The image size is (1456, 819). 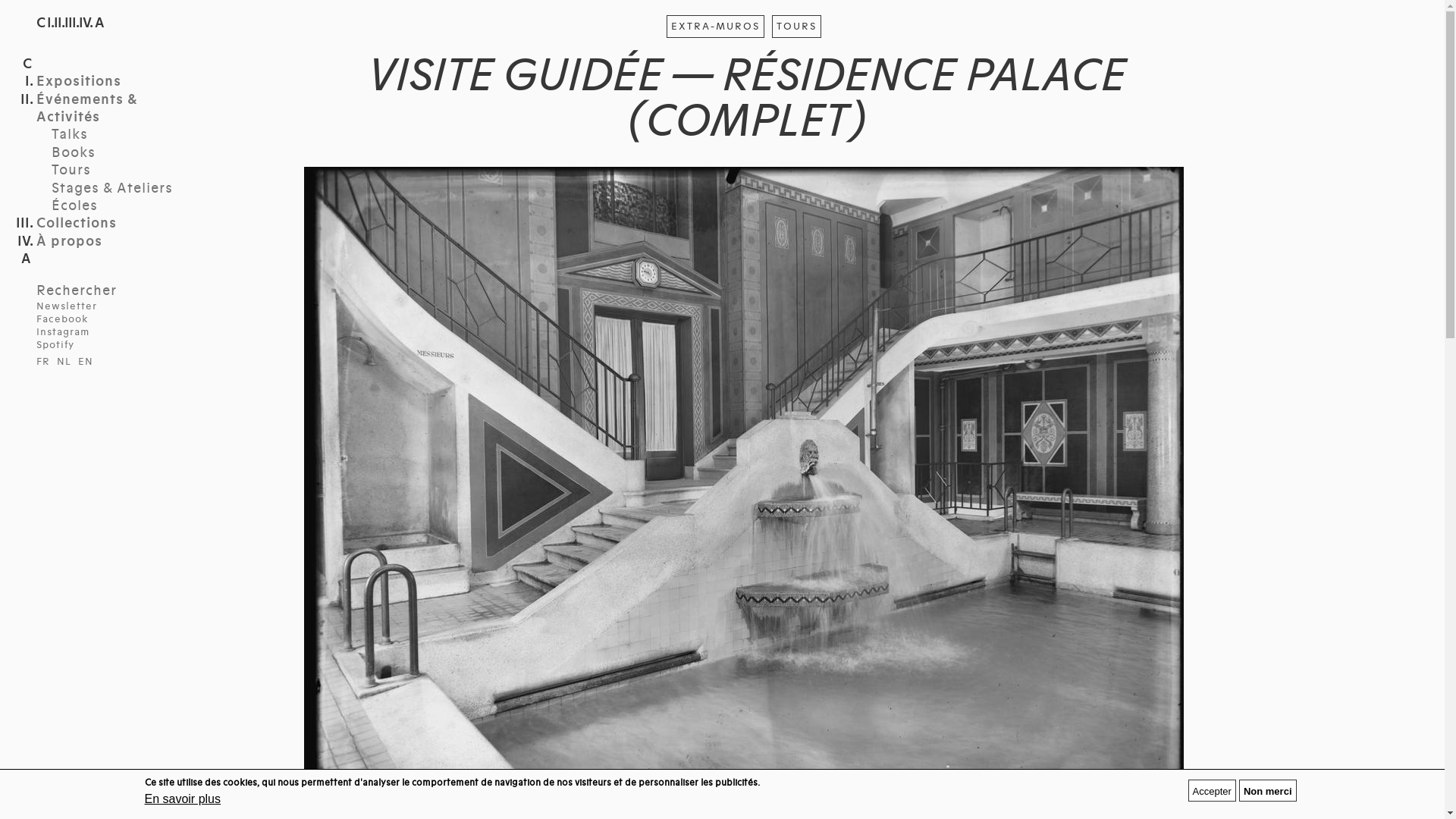 What do you see at coordinates (55, 345) in the screenshot?
I see `'Spotify'` at bounding box center [55, 345].